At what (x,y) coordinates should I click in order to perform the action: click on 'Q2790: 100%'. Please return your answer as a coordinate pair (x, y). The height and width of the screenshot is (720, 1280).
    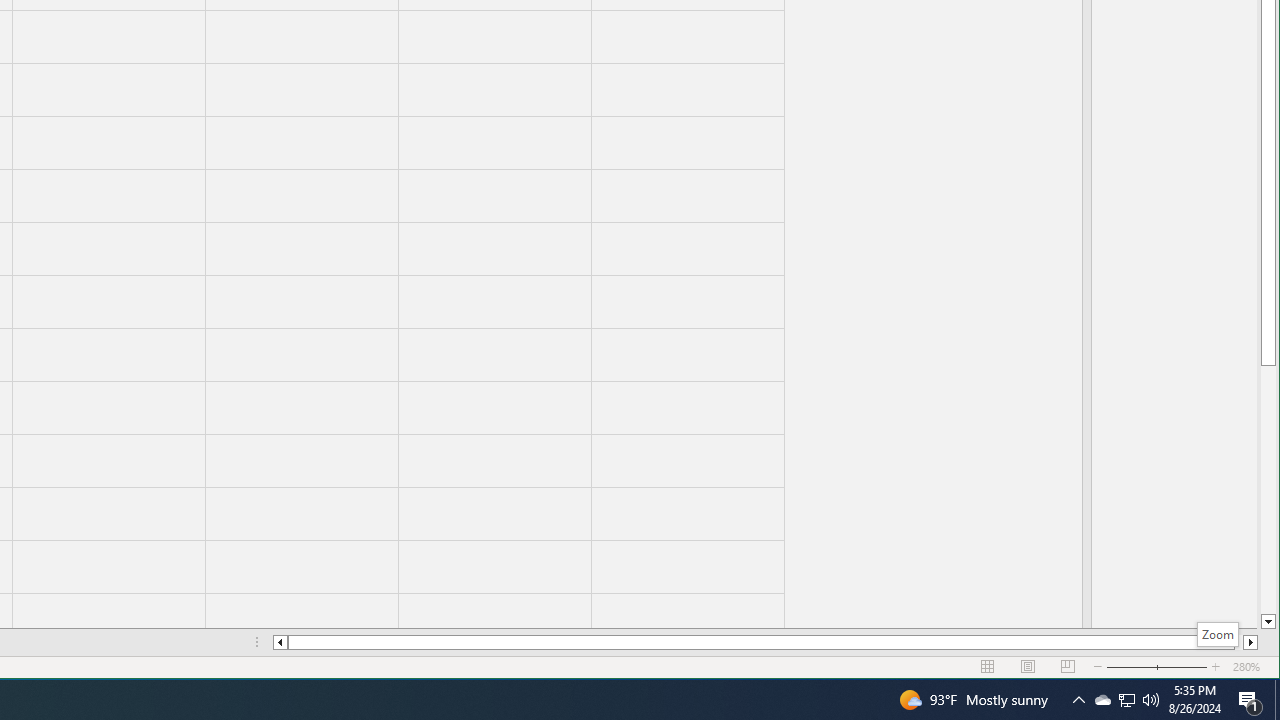
    Looking at the image, I should click on (1151, 698).